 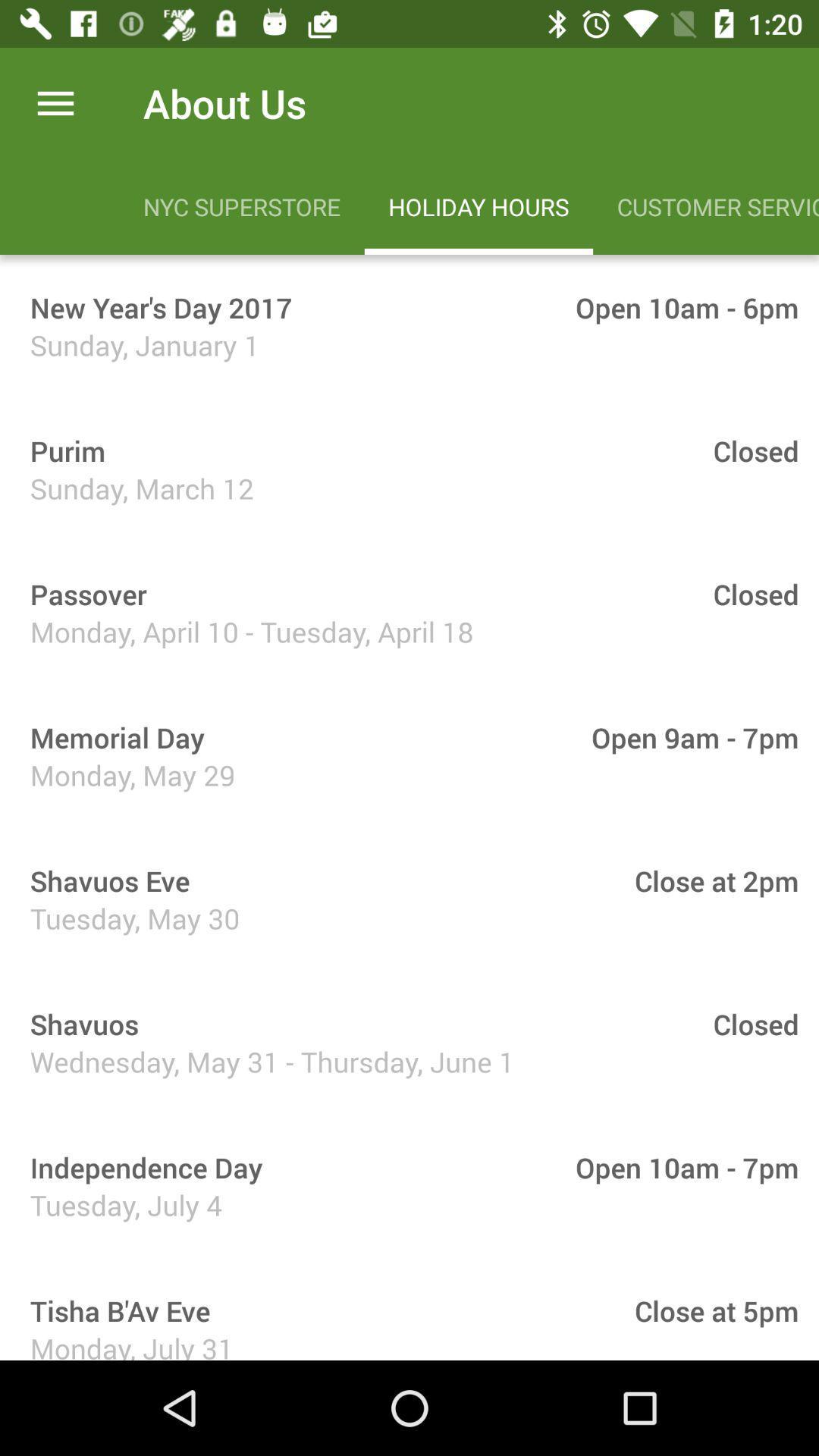 I want to click on the passover, so click(x=83, y=593).